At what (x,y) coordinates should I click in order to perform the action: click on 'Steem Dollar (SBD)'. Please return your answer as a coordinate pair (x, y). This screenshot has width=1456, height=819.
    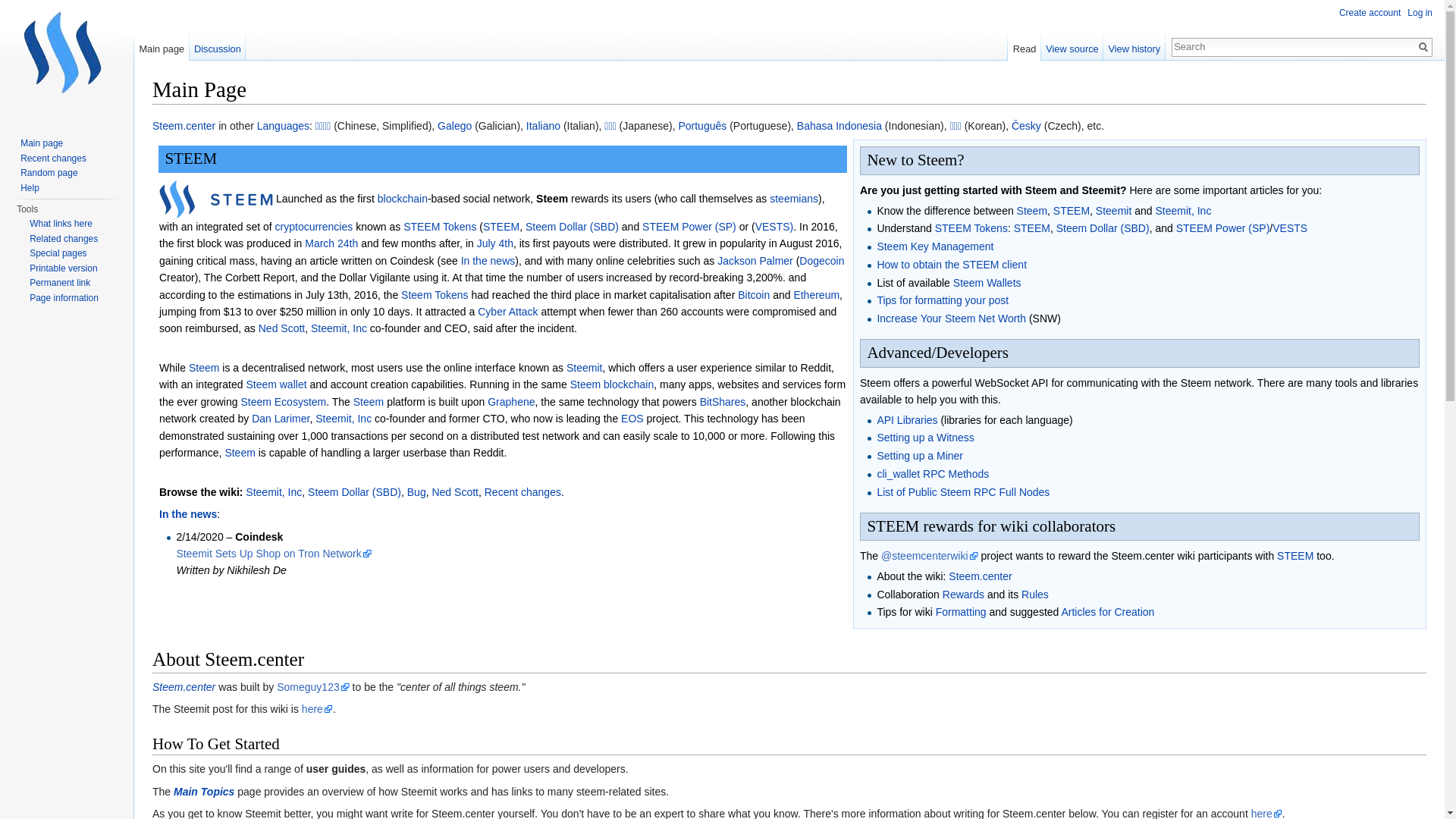
    Looking at the image, I should click on (571, 227).